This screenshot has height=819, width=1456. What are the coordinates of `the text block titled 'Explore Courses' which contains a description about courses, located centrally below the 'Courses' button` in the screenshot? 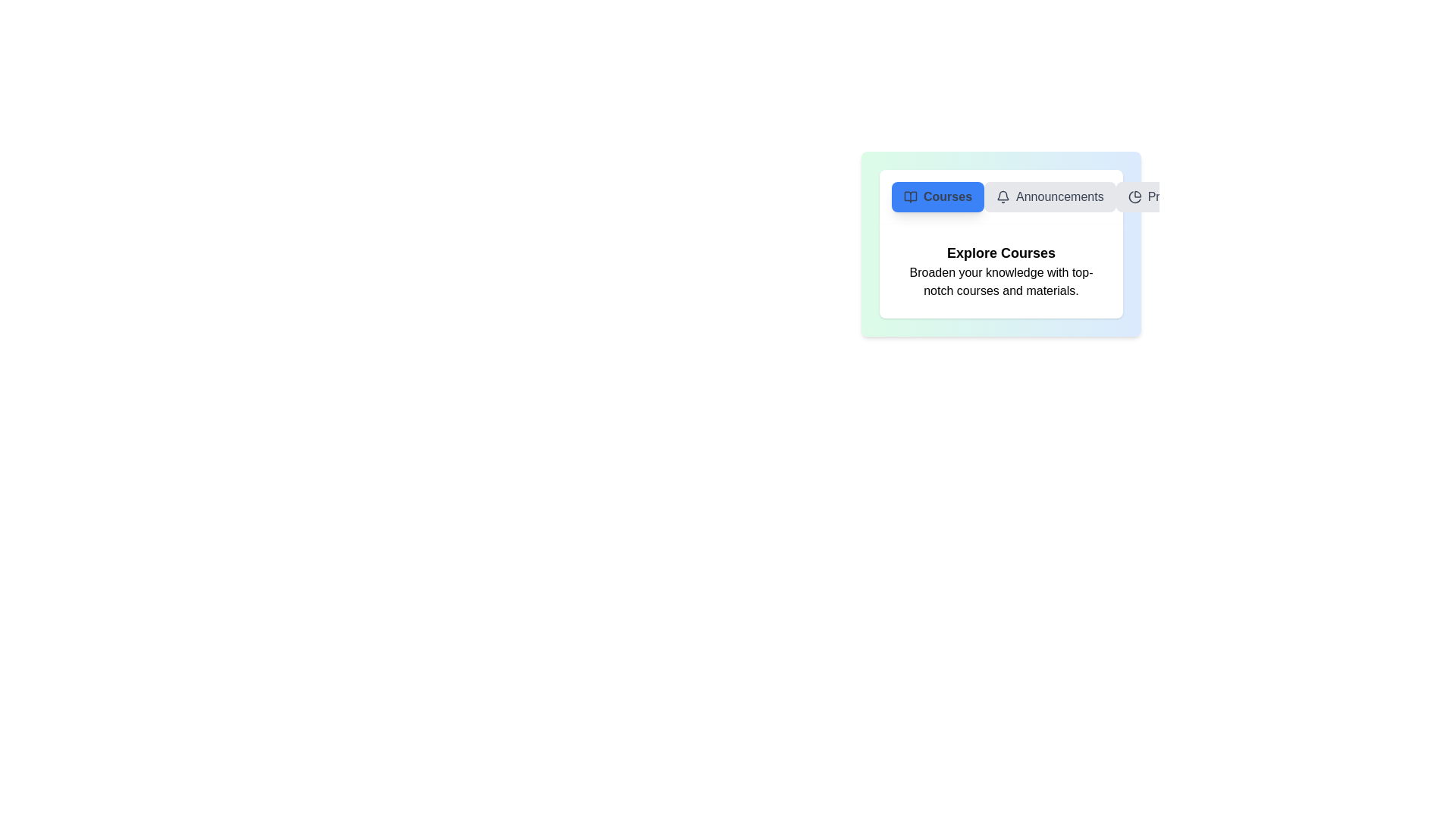 It's located at (1001, 271).